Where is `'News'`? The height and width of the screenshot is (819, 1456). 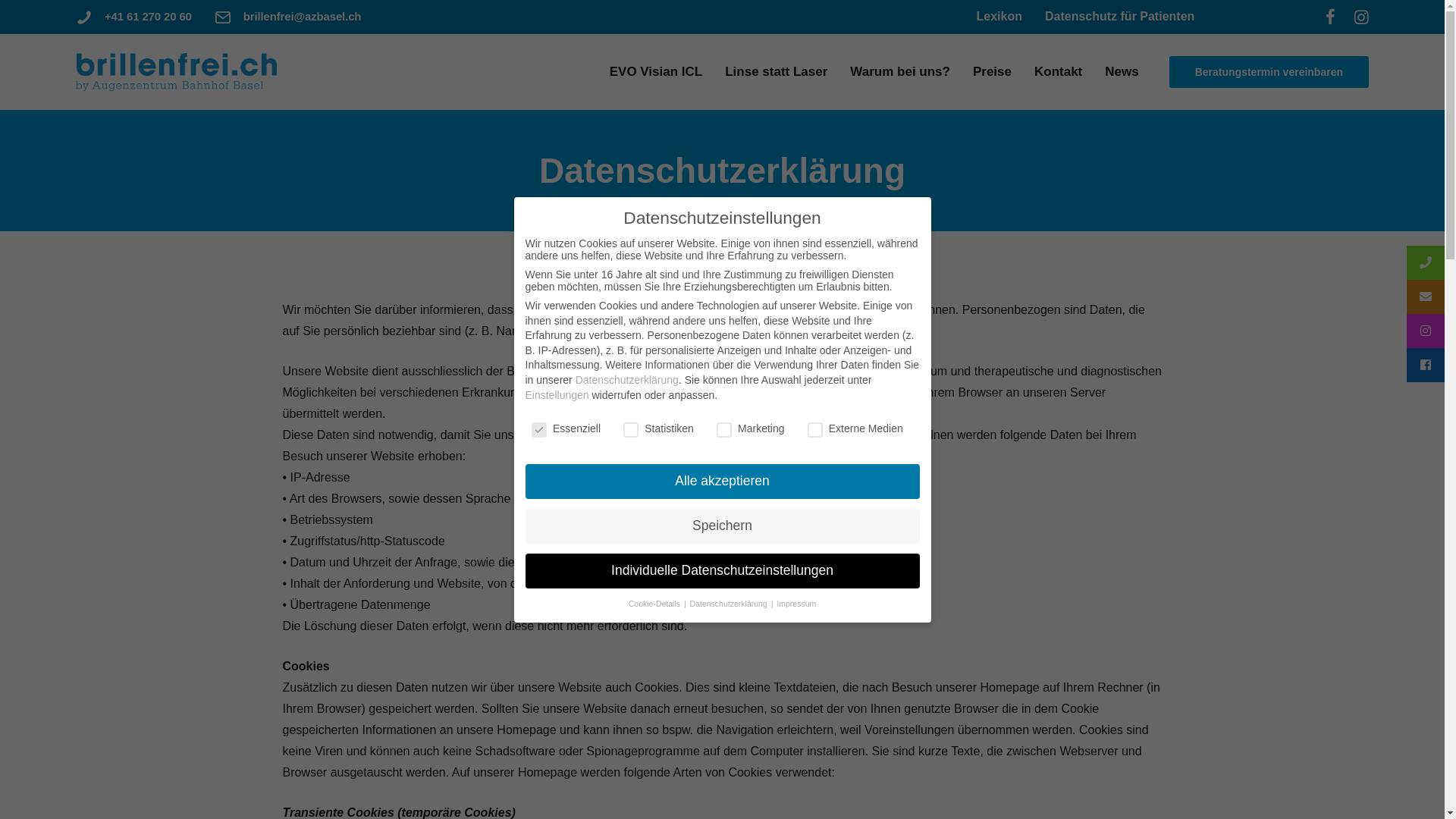
'News' is located at coordinates (1121, 71).